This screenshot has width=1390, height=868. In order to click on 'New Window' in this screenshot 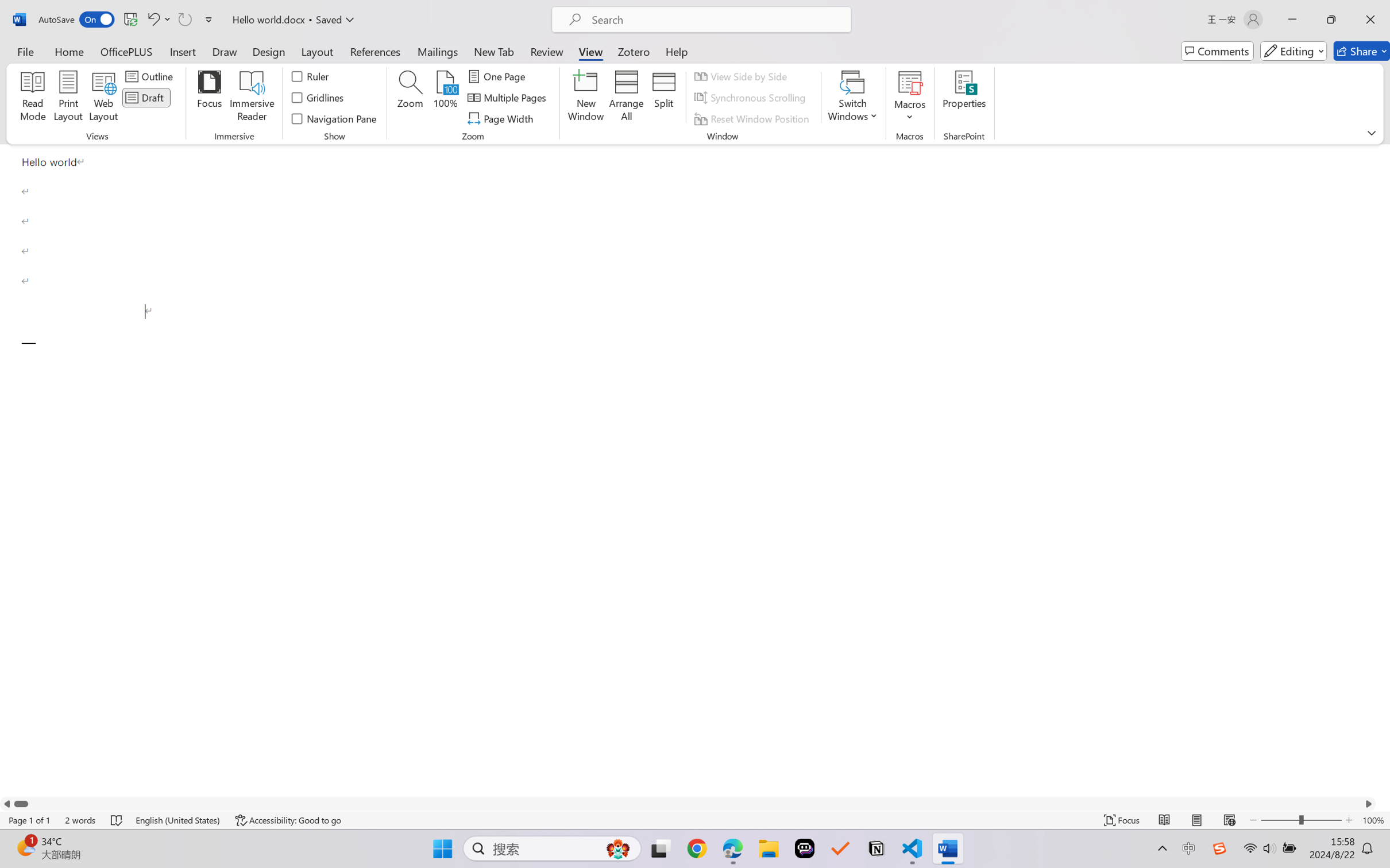, I will do `click(586, 98)`.